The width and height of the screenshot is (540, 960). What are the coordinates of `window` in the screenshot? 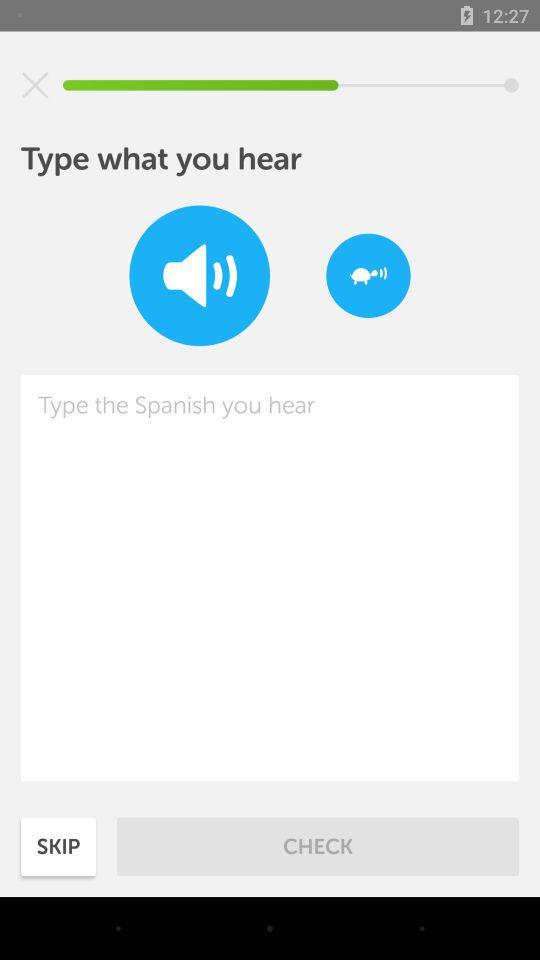 It's located at (35, 85).